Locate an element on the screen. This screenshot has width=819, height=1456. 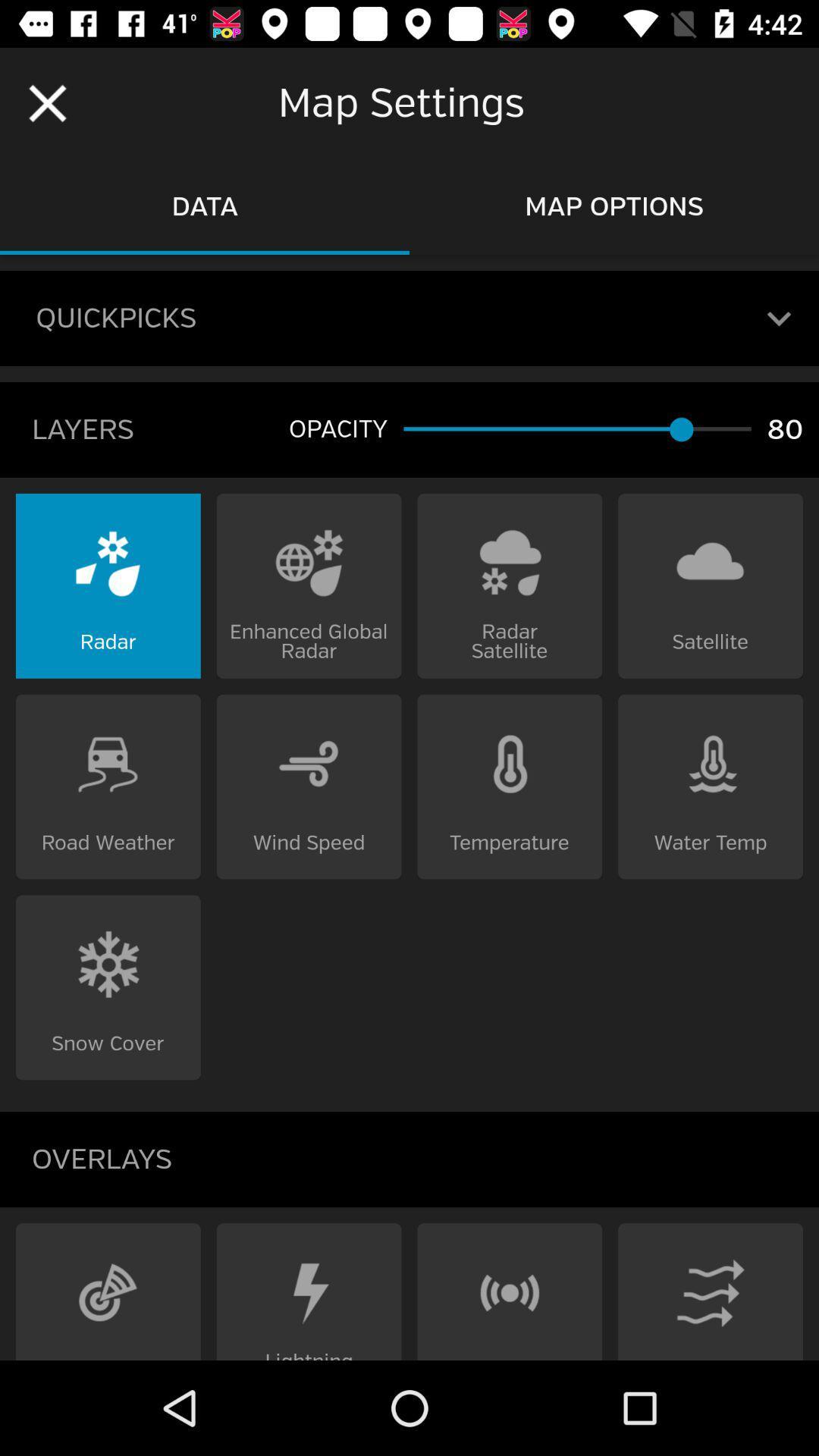
the av_forward icon is located at coordinates (107, 1291).